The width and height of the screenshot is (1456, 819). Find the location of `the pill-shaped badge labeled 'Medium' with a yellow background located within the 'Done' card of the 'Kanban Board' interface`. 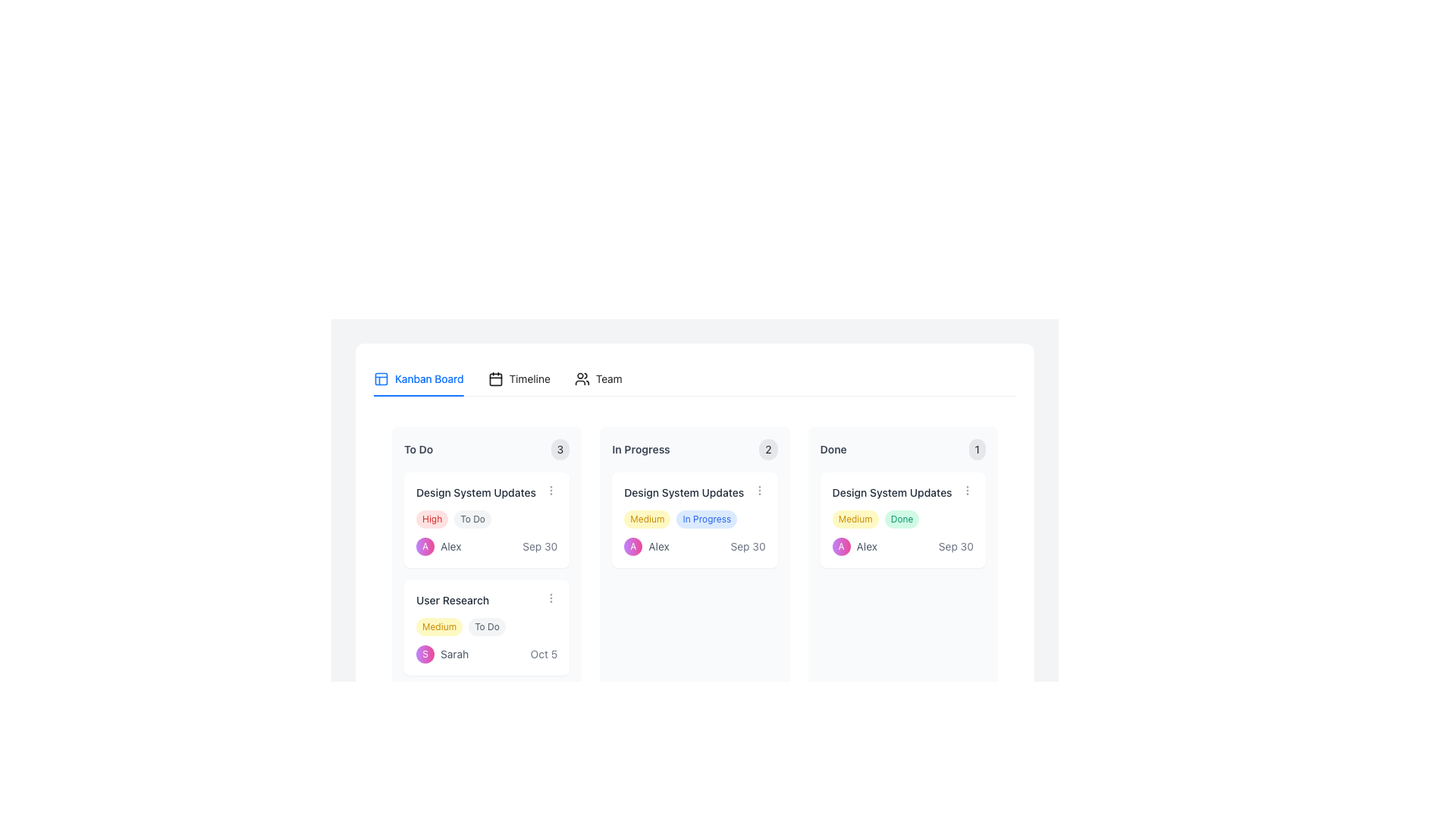

the pill-shaped badge labeled 'Medium' with a yellow background located within the 'Done' card of the 'Kanban Board' interface is located at coordinates (855, 519).